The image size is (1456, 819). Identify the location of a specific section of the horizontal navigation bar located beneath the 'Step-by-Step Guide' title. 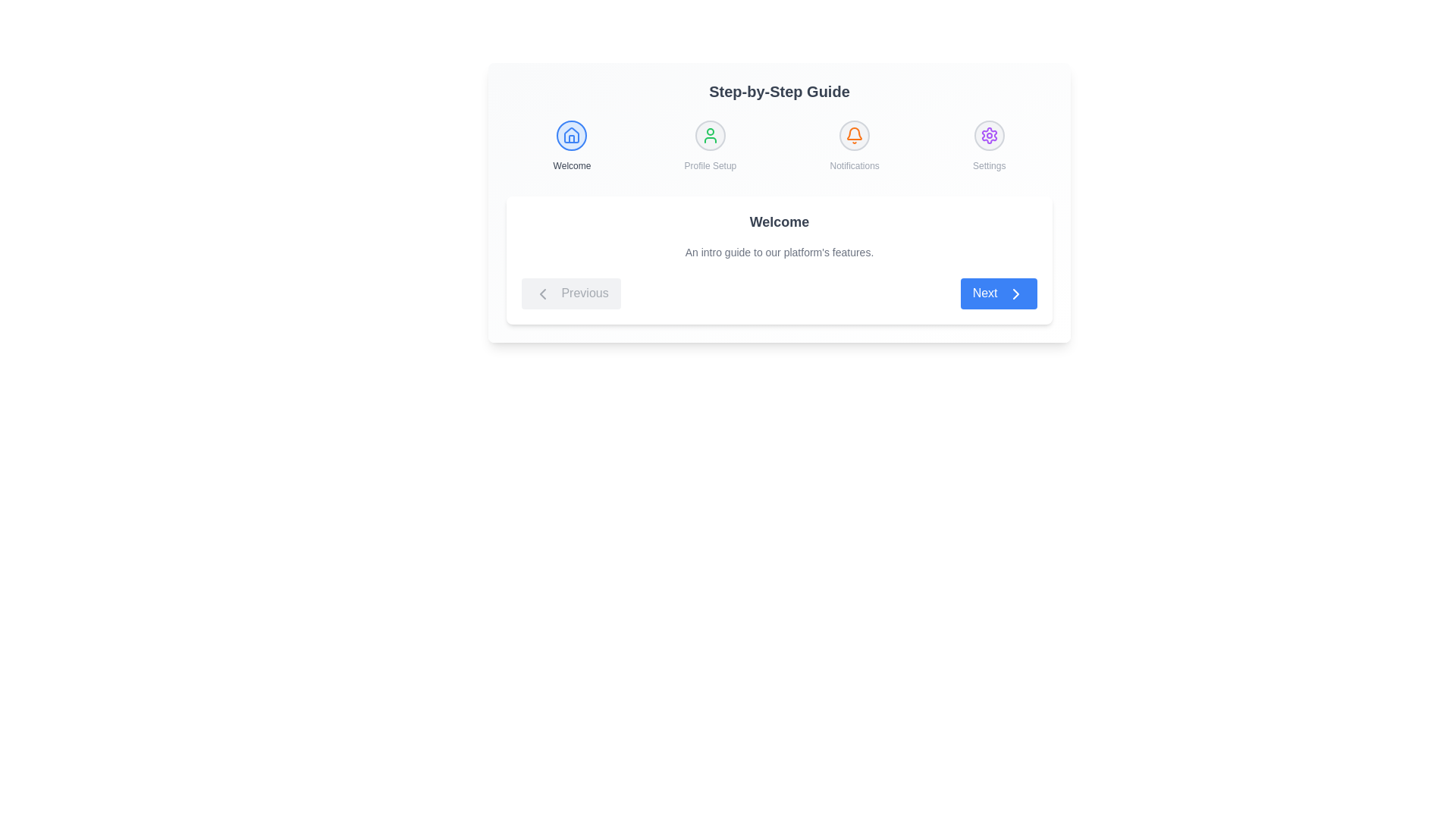
(779, 146).